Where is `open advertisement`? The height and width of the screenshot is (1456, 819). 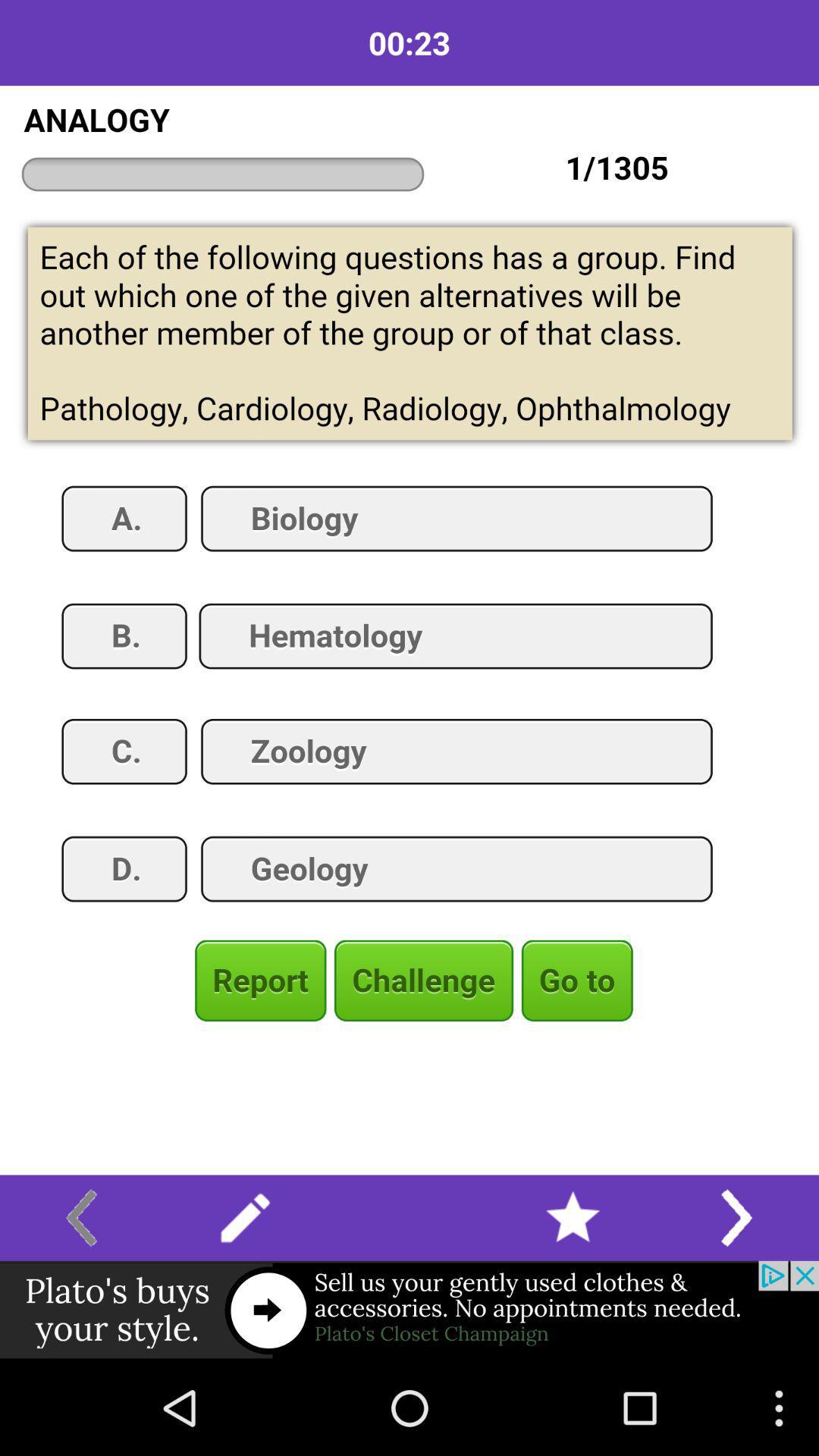
open advertisement is located at coordinates (409, 1310).